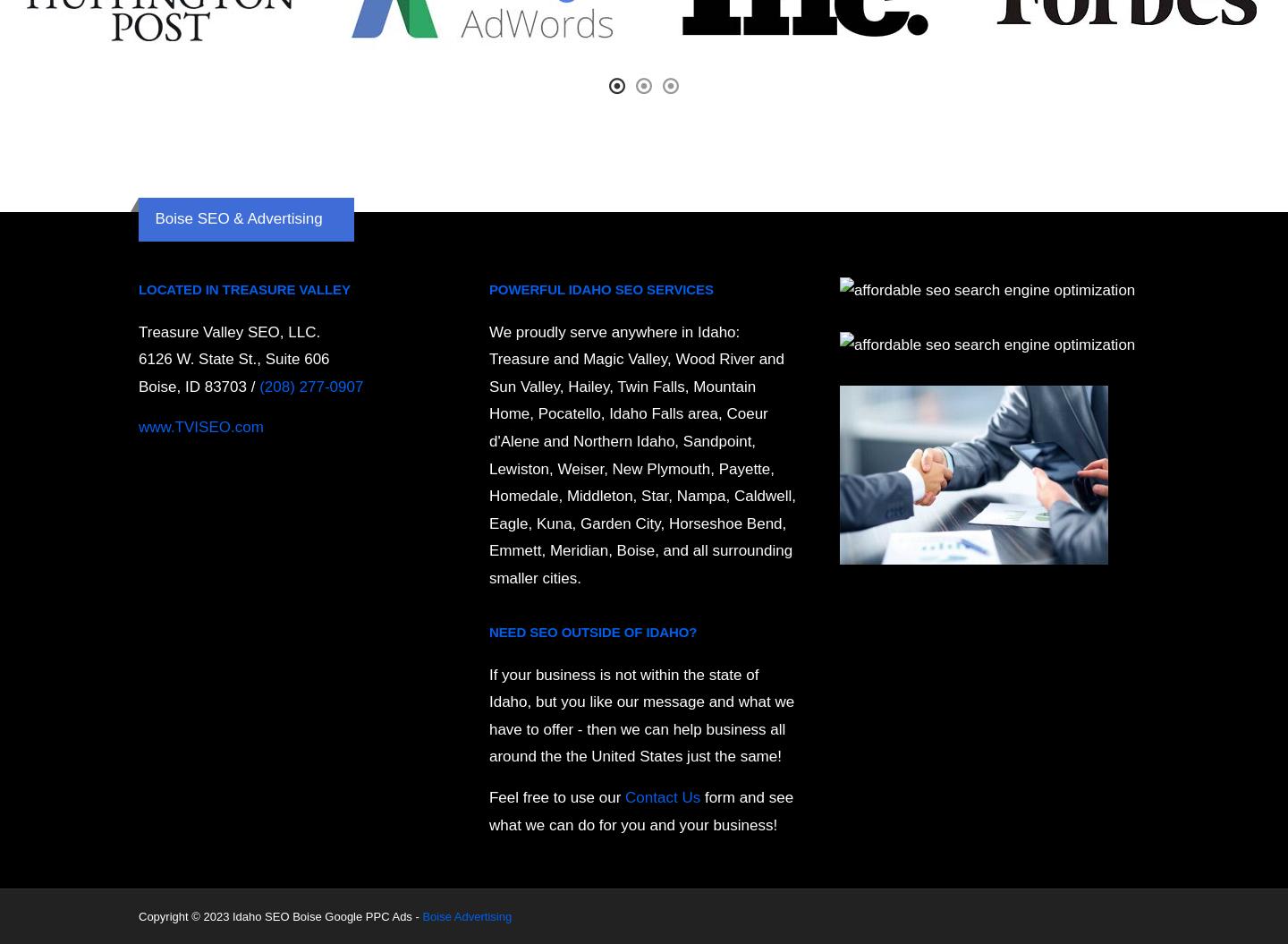 This screenshot has width=1288, height=944. What do you see at coordinates (641, 455) in the screenshot?
I see `'We proudly serve anywhere in Idaho: Treasure and Magic Valley, Wood River and Sun Valley, Hailey, Twin Falls, Mountain Home, Pocatello, Idaho Falls area, Coeur d'Alene and Northern Idaho, Sandpoint, Lewiston, Weiser, New Plymouth, Payette, Homedale, Middleton, Star, Nampa, Caldwell, Eagle, Kuna, Garden City, Horseshoe Bend, Emmett, Meridian, Boise, and all surrounding smaller cities.'` at bounding box center [641, 455].